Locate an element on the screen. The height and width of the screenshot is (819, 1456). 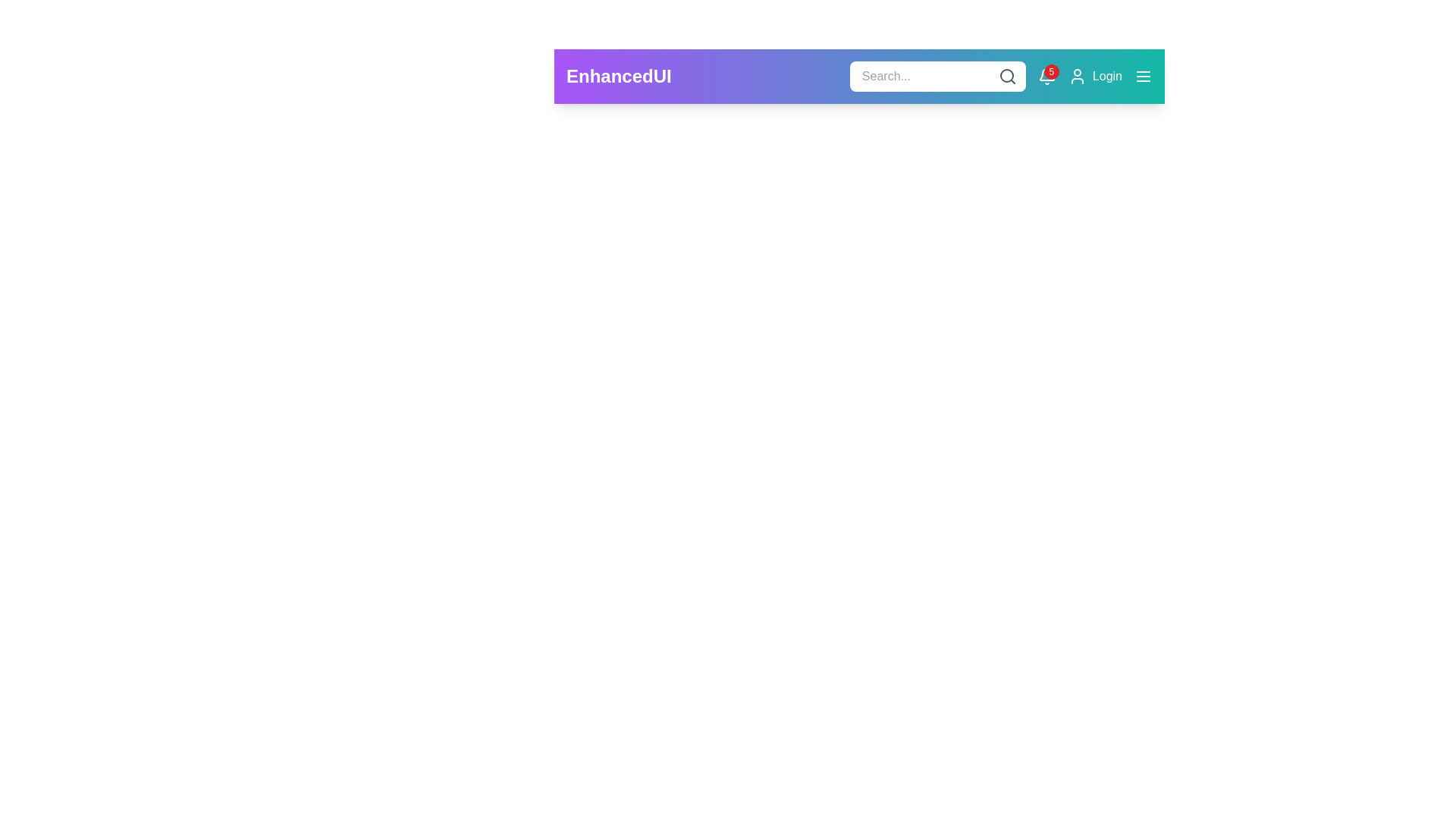
the menu button to open the menu is located at coordinates (1143, 76).